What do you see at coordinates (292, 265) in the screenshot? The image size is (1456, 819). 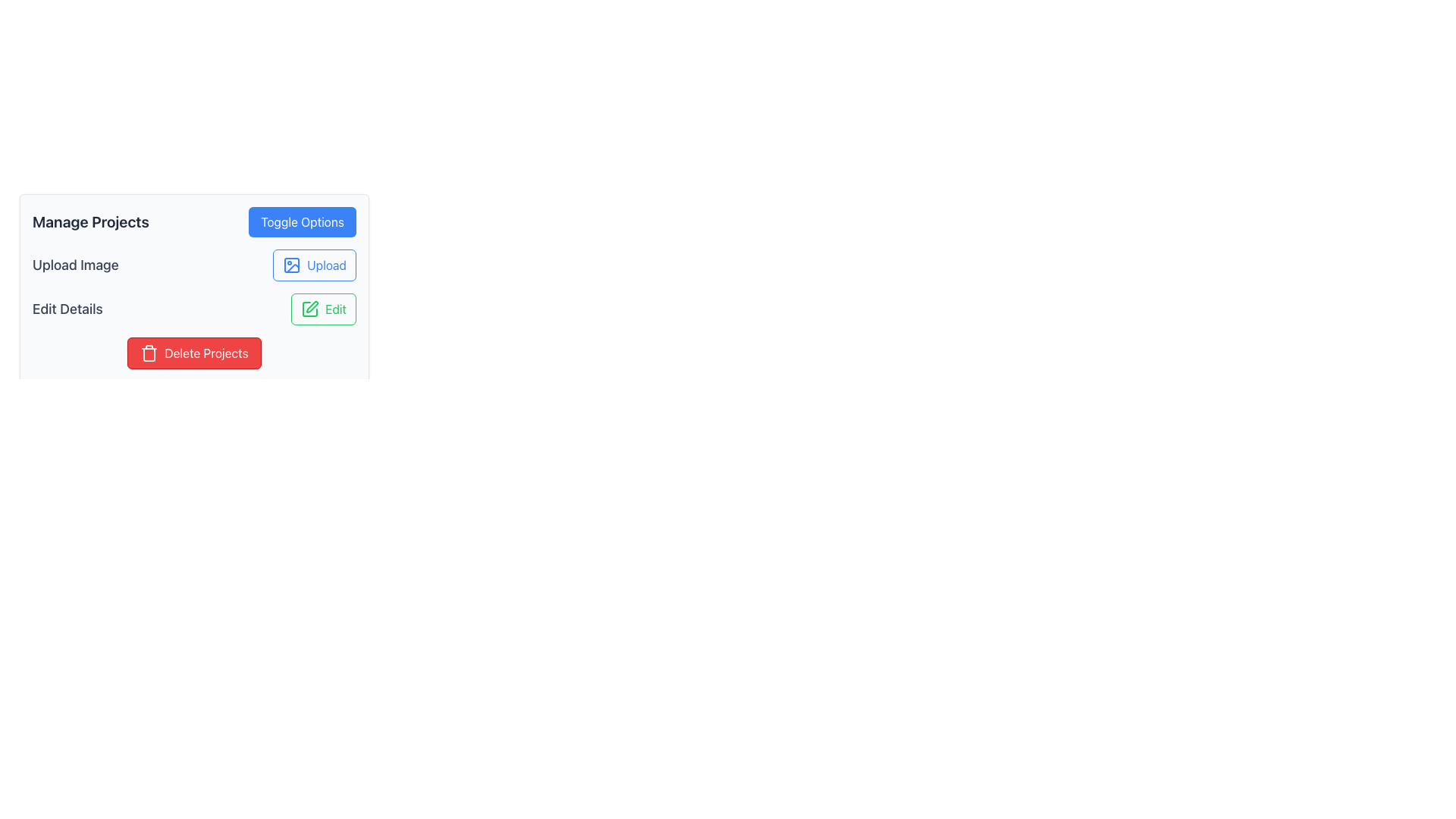 I see `the primary blue rectangle with rounded corners located within the image placeholder icon near the top-right corner of the 'Upload' button` at bounding box center [292, 265].